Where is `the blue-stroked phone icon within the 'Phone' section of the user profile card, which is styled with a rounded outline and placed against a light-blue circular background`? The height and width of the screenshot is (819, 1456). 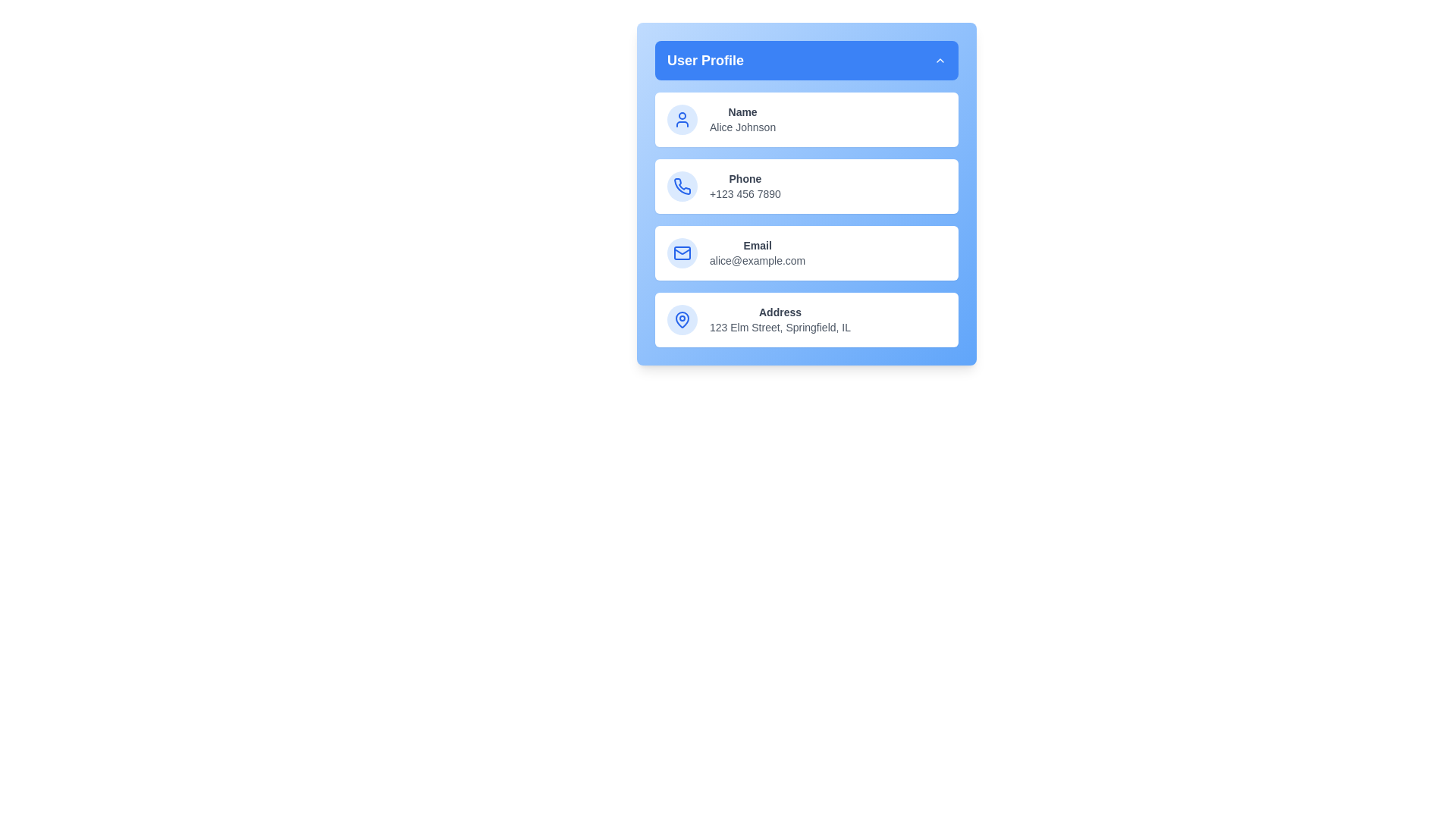
the blue-stroked phone icon within the 'Phone' section of the user profile card, which is styled with a rounded outline and placed against a light-blue circular background is located at coordinates (682, 186).